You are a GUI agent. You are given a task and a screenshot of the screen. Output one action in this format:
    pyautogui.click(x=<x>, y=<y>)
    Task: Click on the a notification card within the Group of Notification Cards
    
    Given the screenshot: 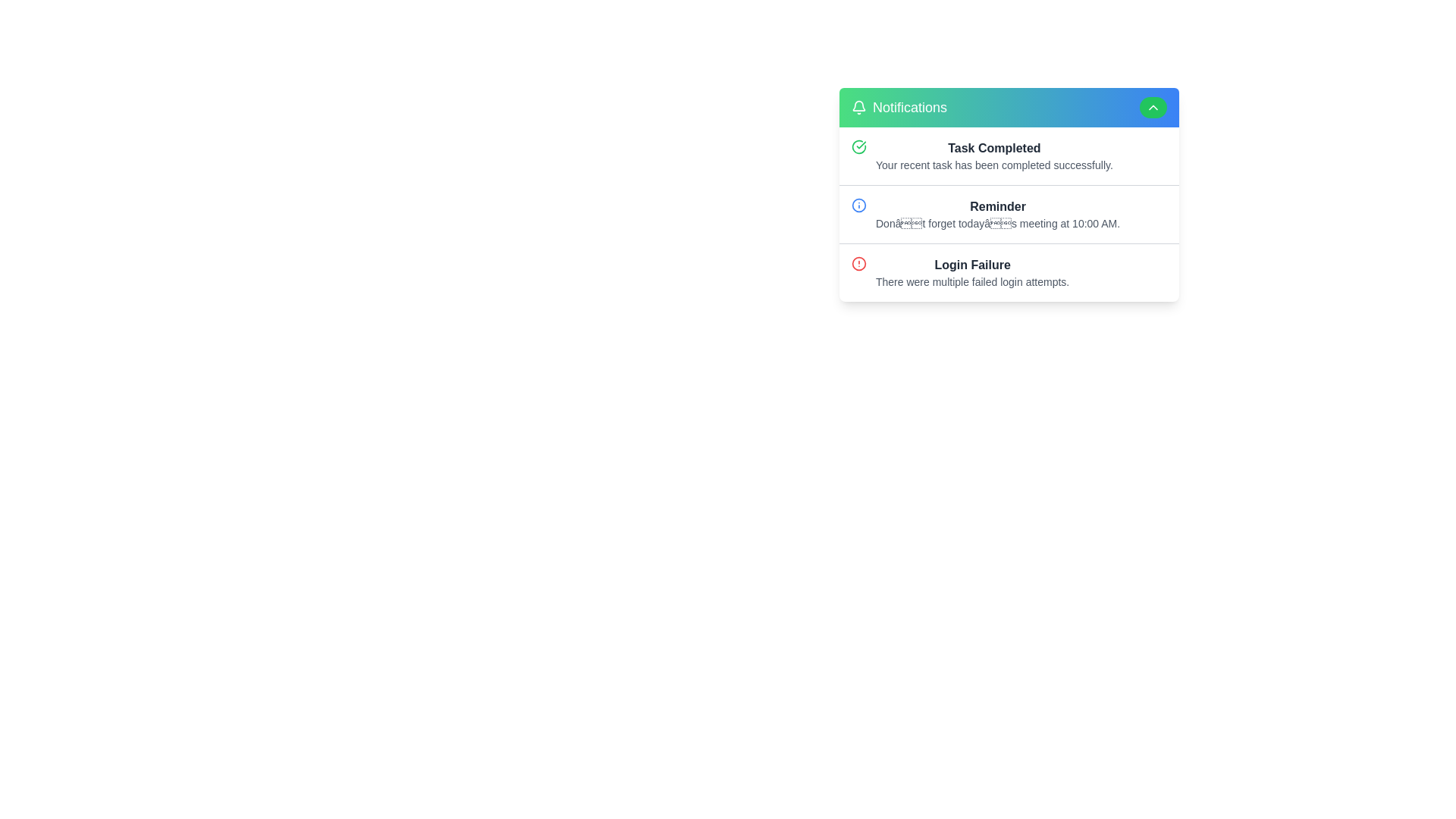 What is the action you would take?
    pyautogui.click(x=1009, y=214)
    